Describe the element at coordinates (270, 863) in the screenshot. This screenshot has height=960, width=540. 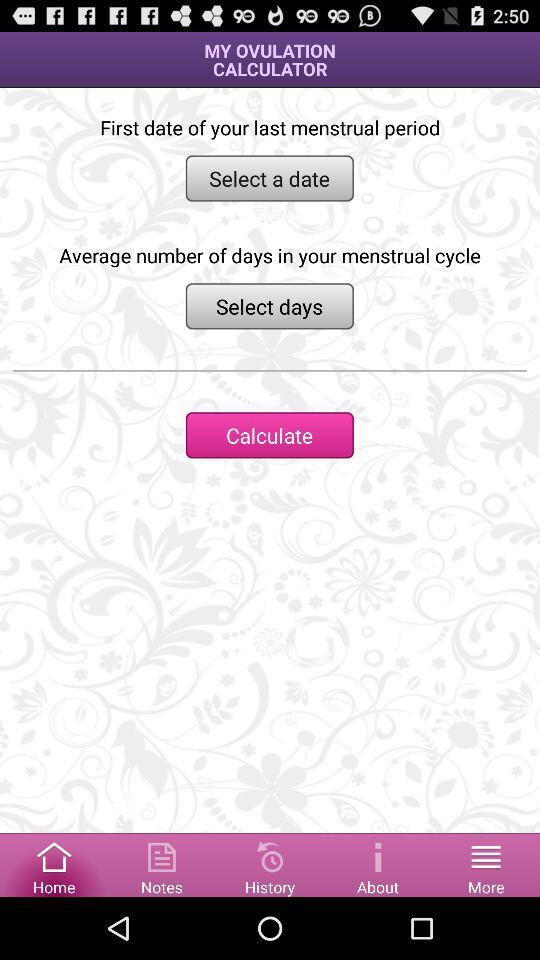
I see `history` at that location.